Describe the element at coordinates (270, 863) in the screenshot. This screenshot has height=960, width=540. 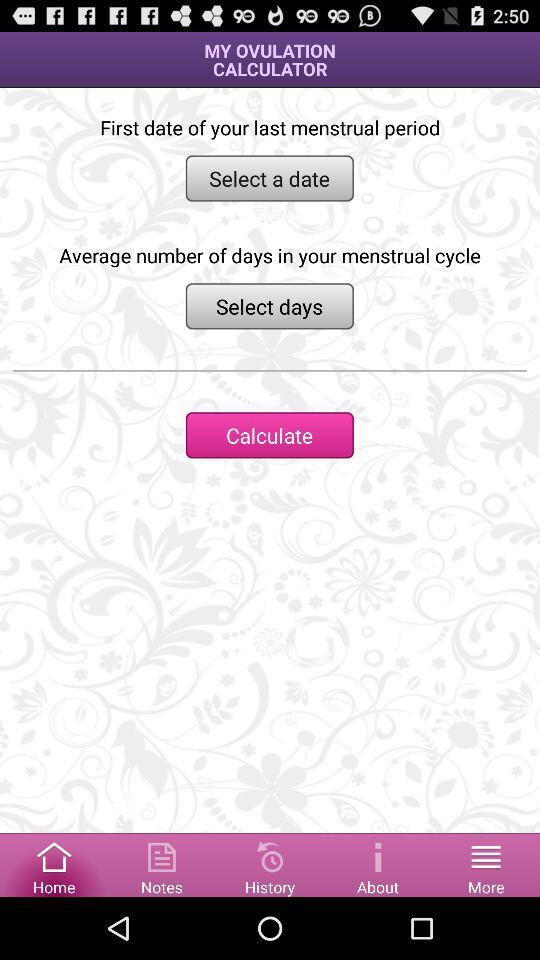
I see `history` at that location.